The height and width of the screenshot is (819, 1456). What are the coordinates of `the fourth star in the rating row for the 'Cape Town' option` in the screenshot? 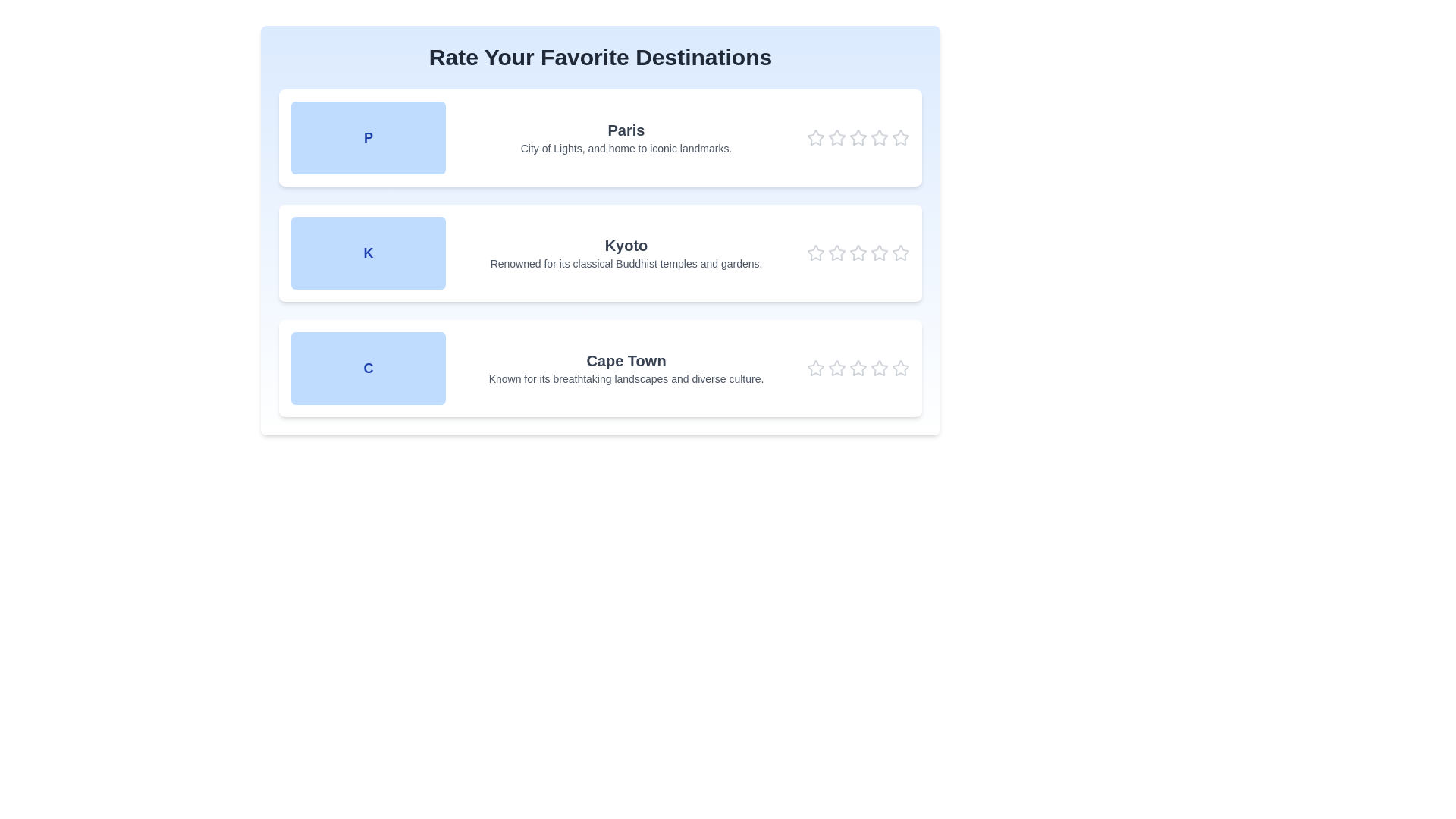 It's located at (858, 369).